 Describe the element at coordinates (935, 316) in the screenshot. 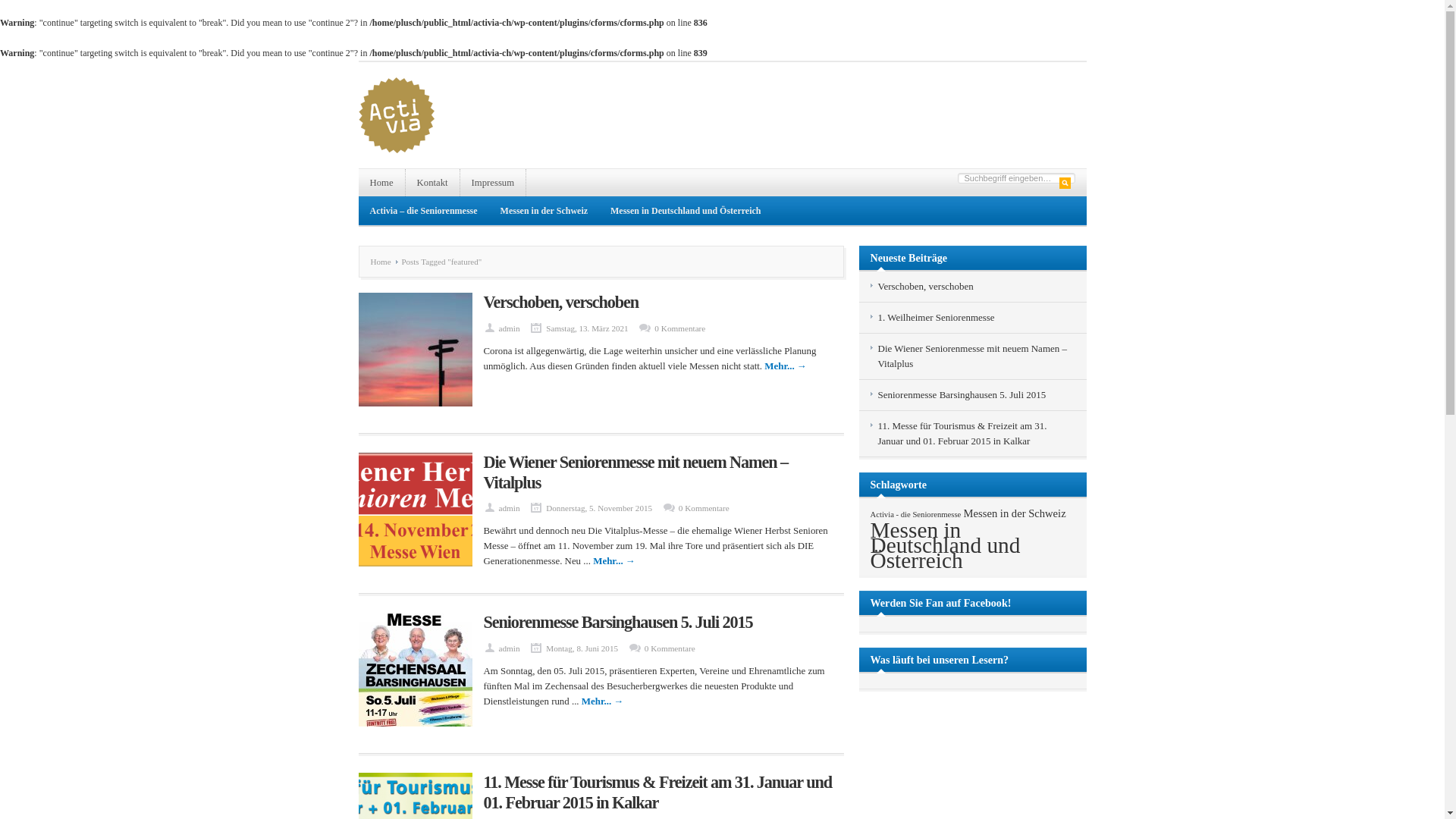

I see `'1. Weilheimer Seniorenmesse'` at that location.